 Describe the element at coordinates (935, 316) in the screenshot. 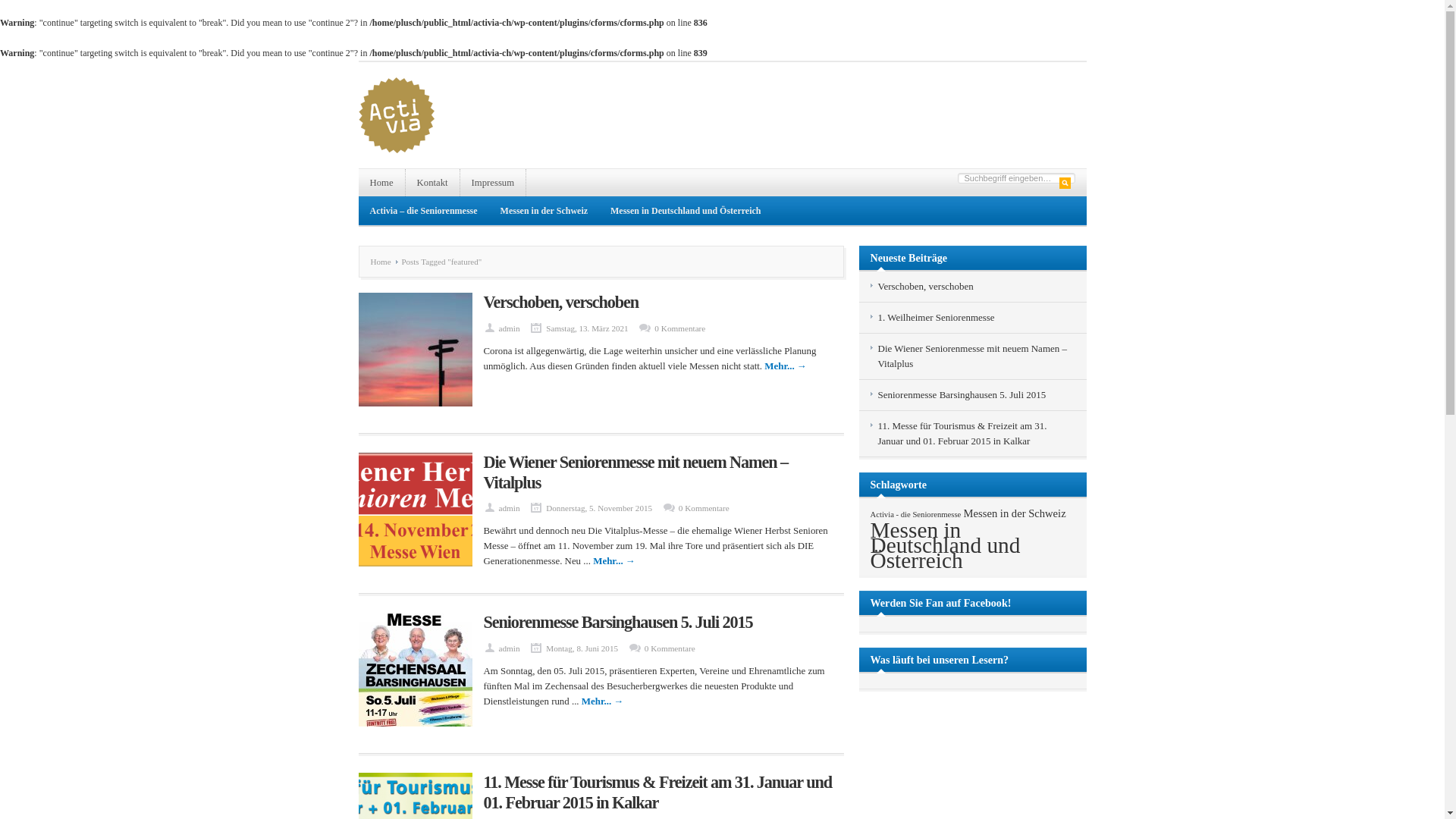

I see `'1. Weilheimer Seniorenmesse'` at that location.